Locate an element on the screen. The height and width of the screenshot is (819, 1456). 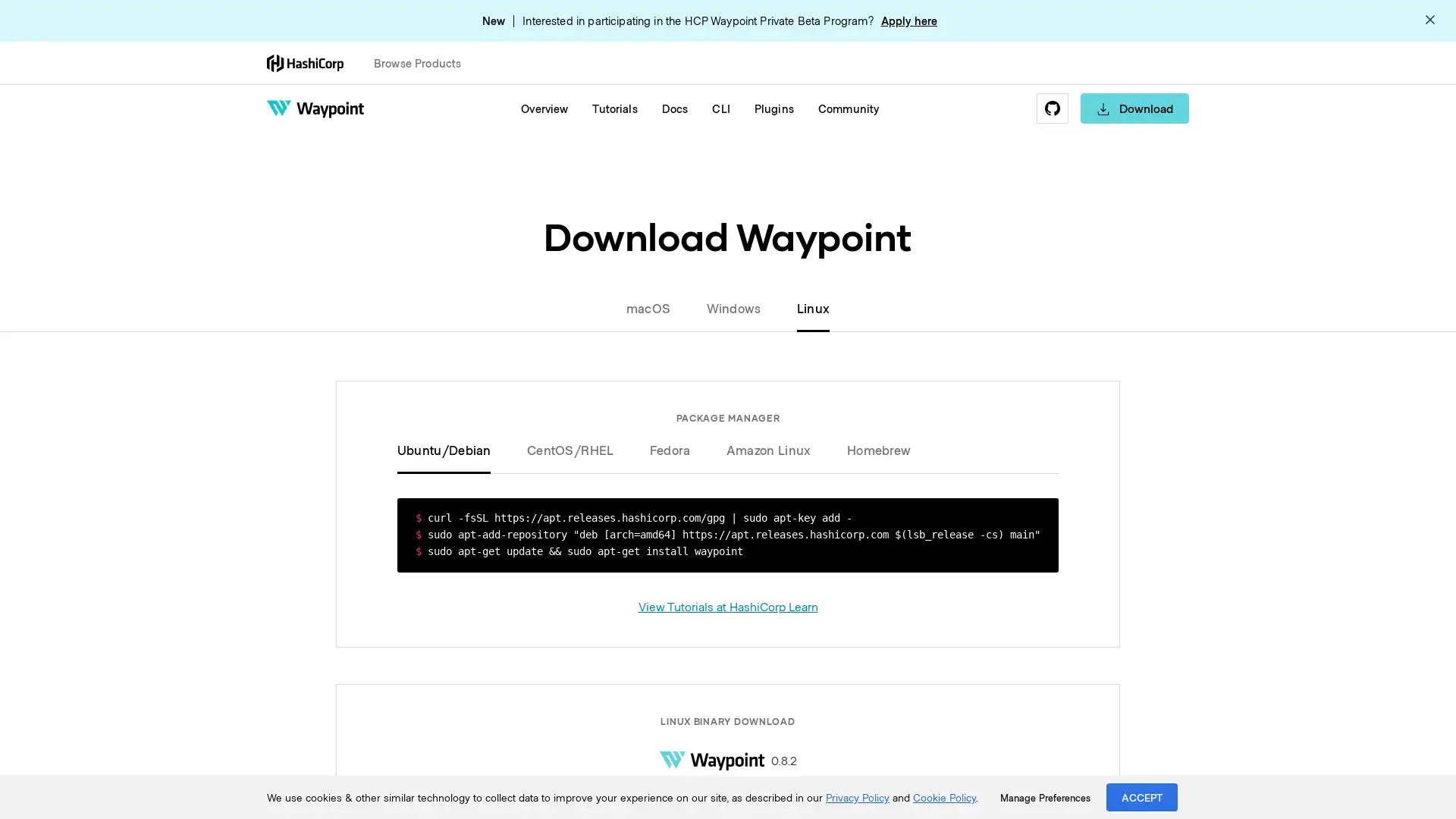
Windows is located at coordinates (733, 307).